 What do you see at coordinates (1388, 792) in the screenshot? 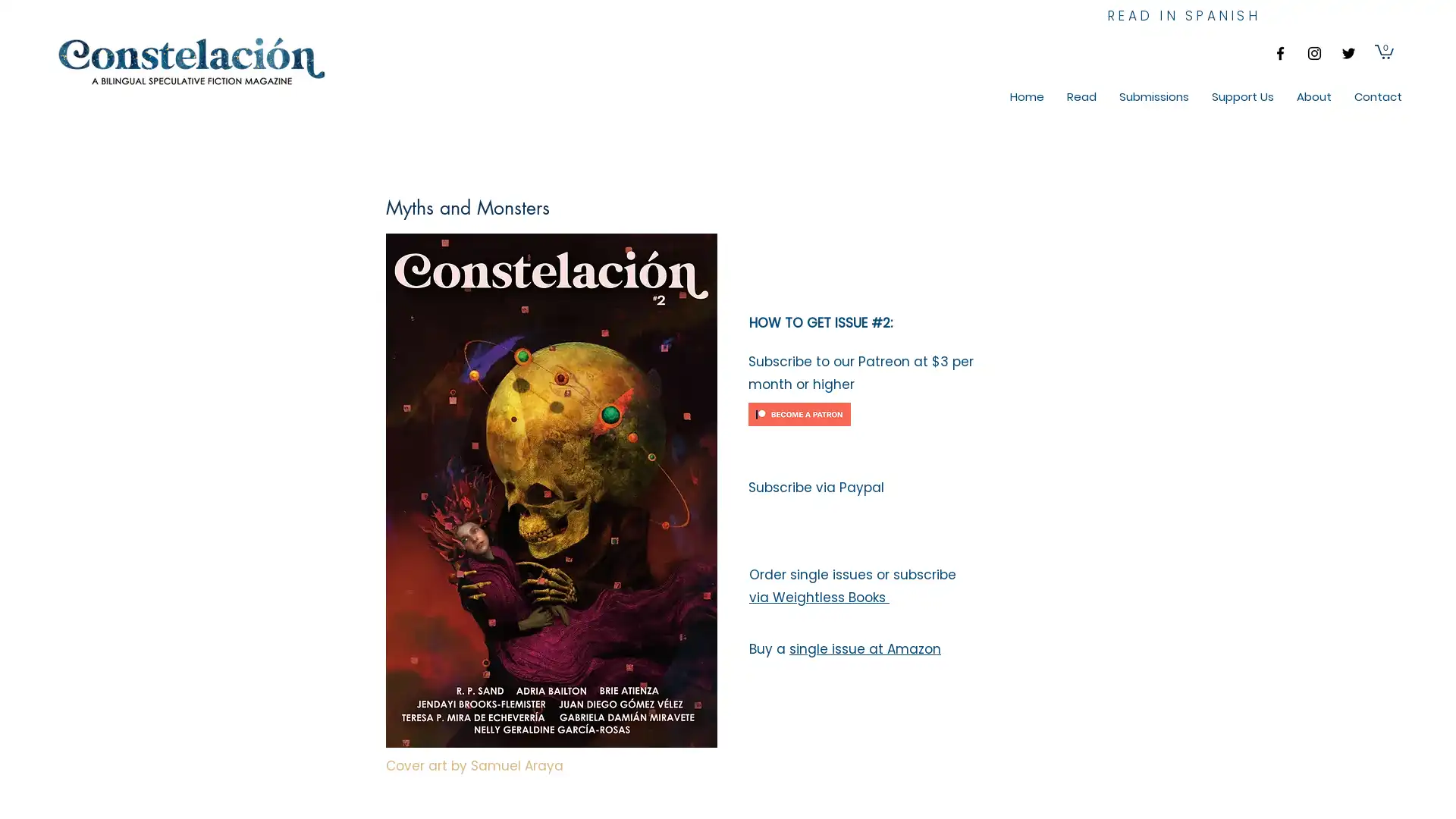
I see `Accept` at bounding box center [1388, 792].